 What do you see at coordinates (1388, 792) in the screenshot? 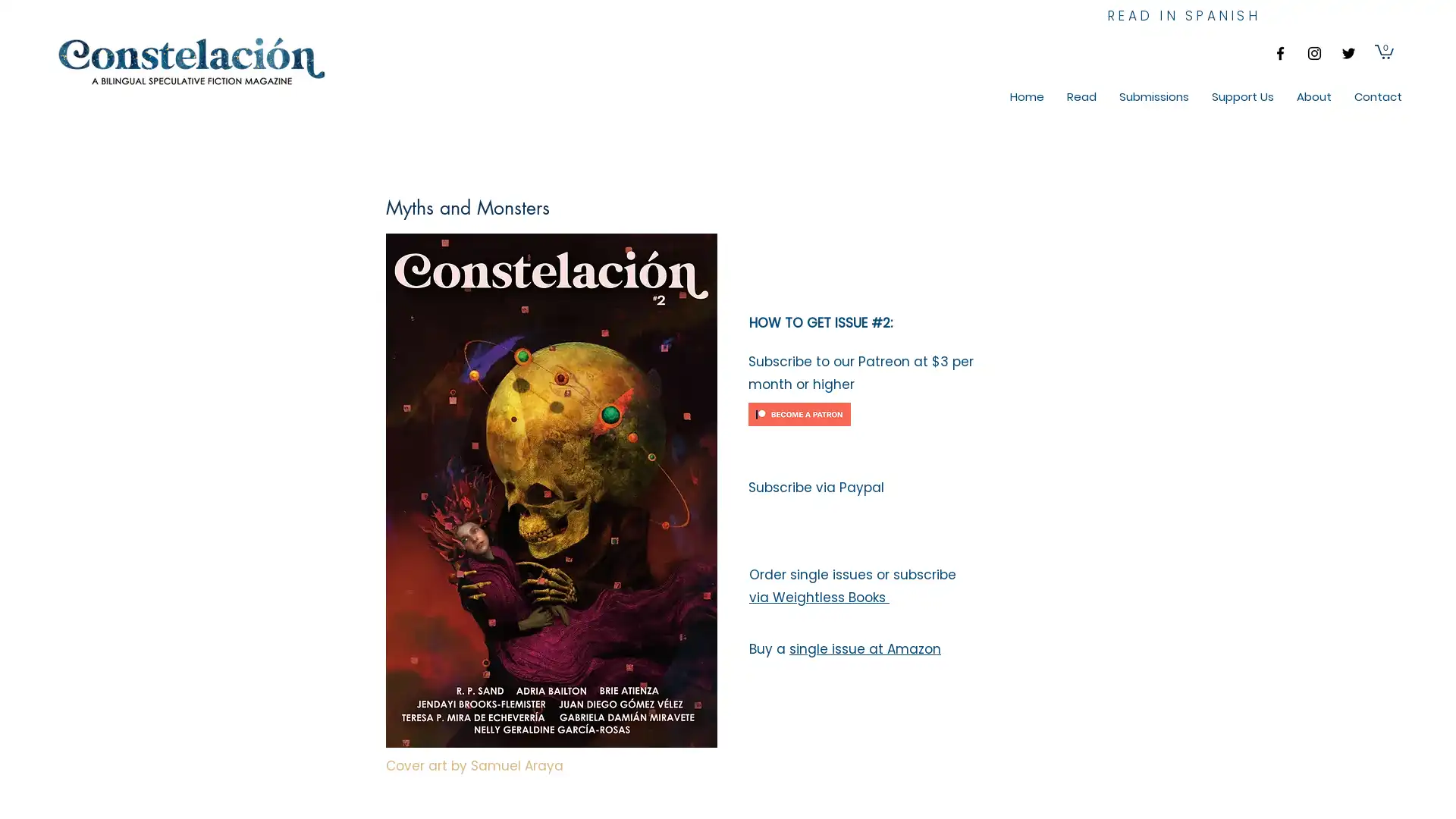
I see `Accept` at bounding box center [1388, 792].